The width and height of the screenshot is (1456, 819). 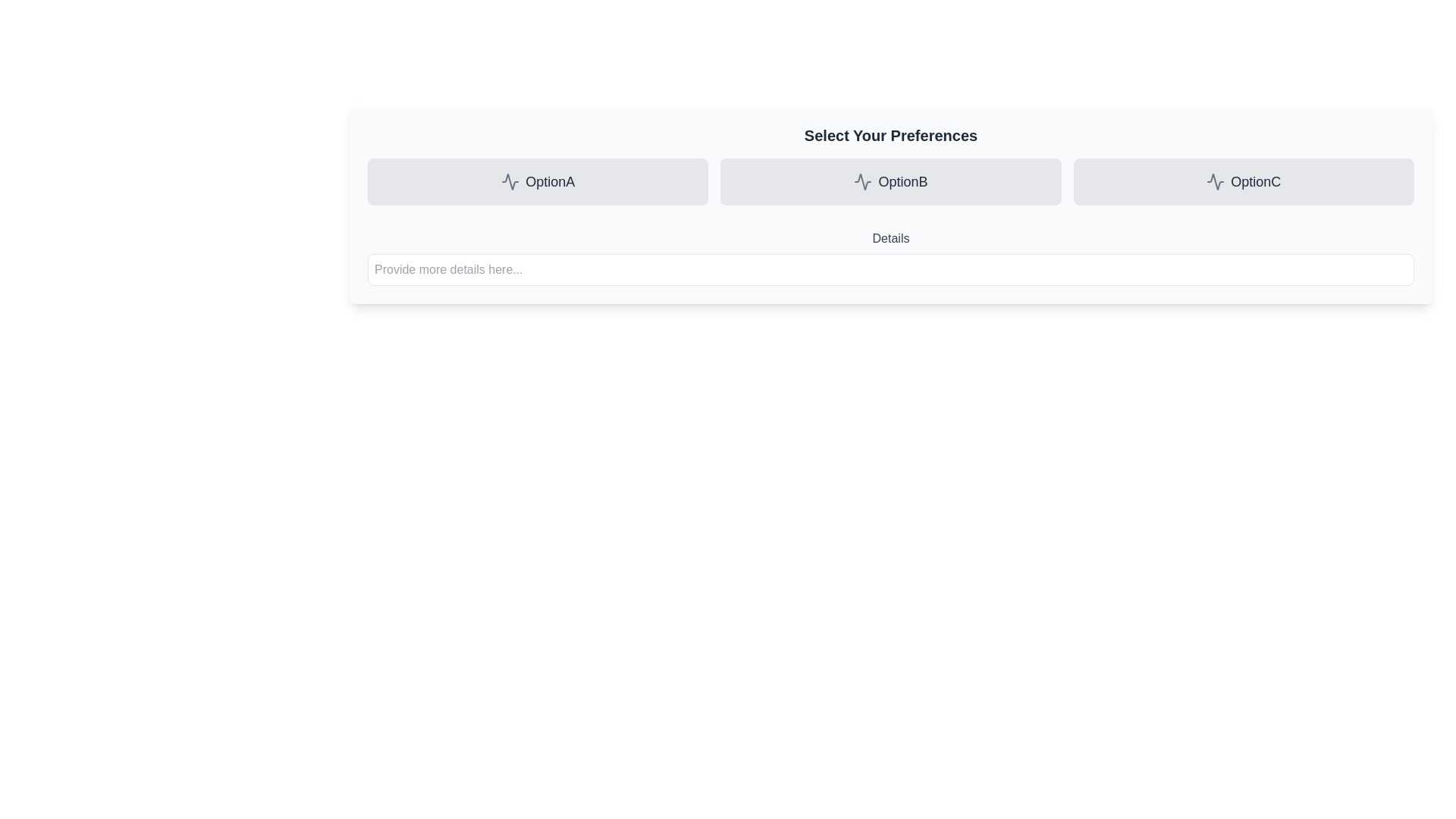 What do you see at coordinates (891, 134) in the screenshot?
I see `text from the Text Label that serves as a section header above the grid of options 'OptionA', 'OptionB', and 'OptionC'` at bounding box center [891, 134].